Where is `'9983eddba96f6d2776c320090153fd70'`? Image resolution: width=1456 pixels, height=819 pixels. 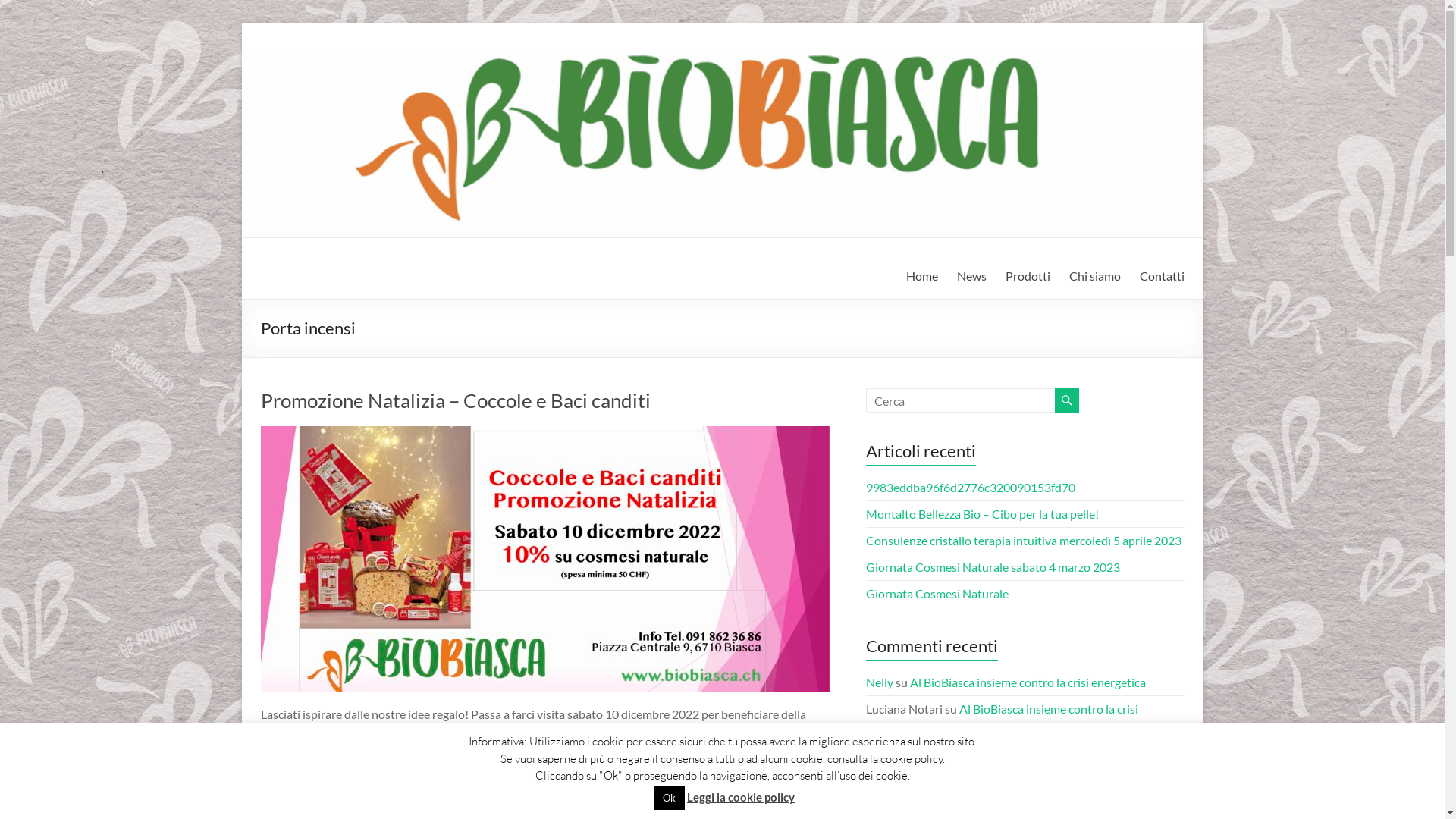
'9983eddba96f6d2776c320090153fd70' is located at coordinates (971, 487).